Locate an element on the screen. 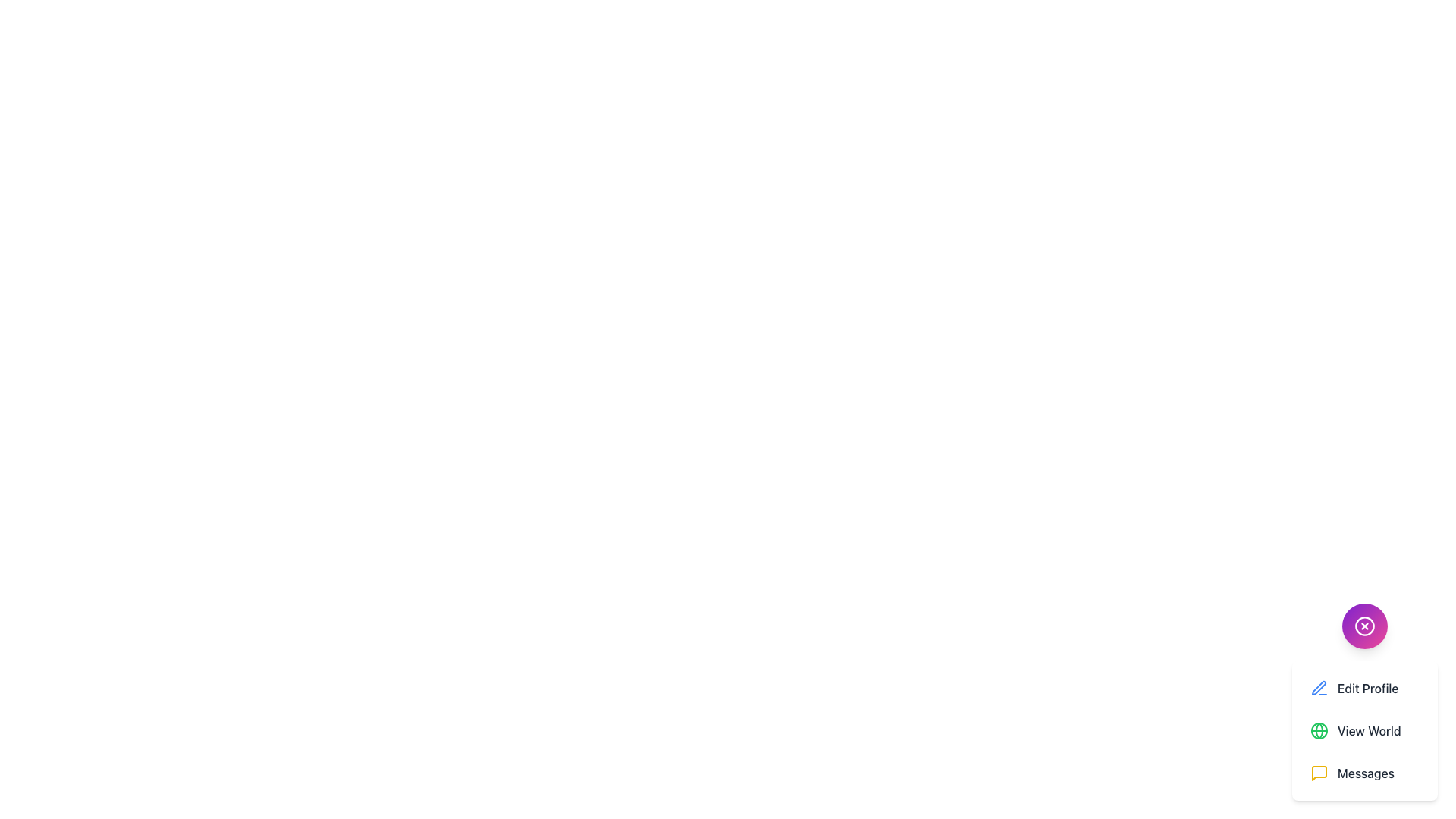 This screenshot has width=1456, height=819. the second text label in the menu box that indicates an option is located at coordinates (1369, 730).